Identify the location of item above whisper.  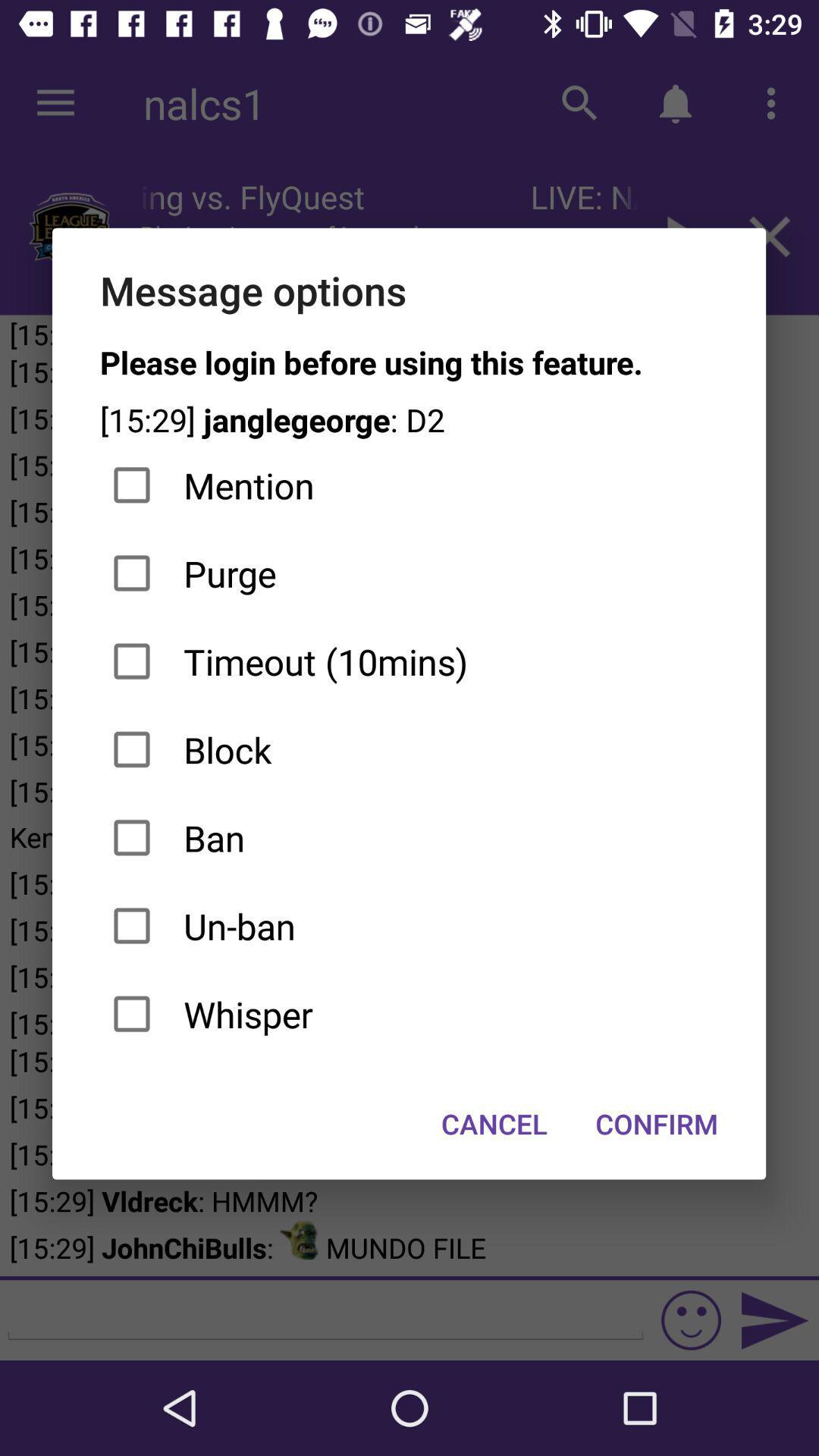
(408, 925).